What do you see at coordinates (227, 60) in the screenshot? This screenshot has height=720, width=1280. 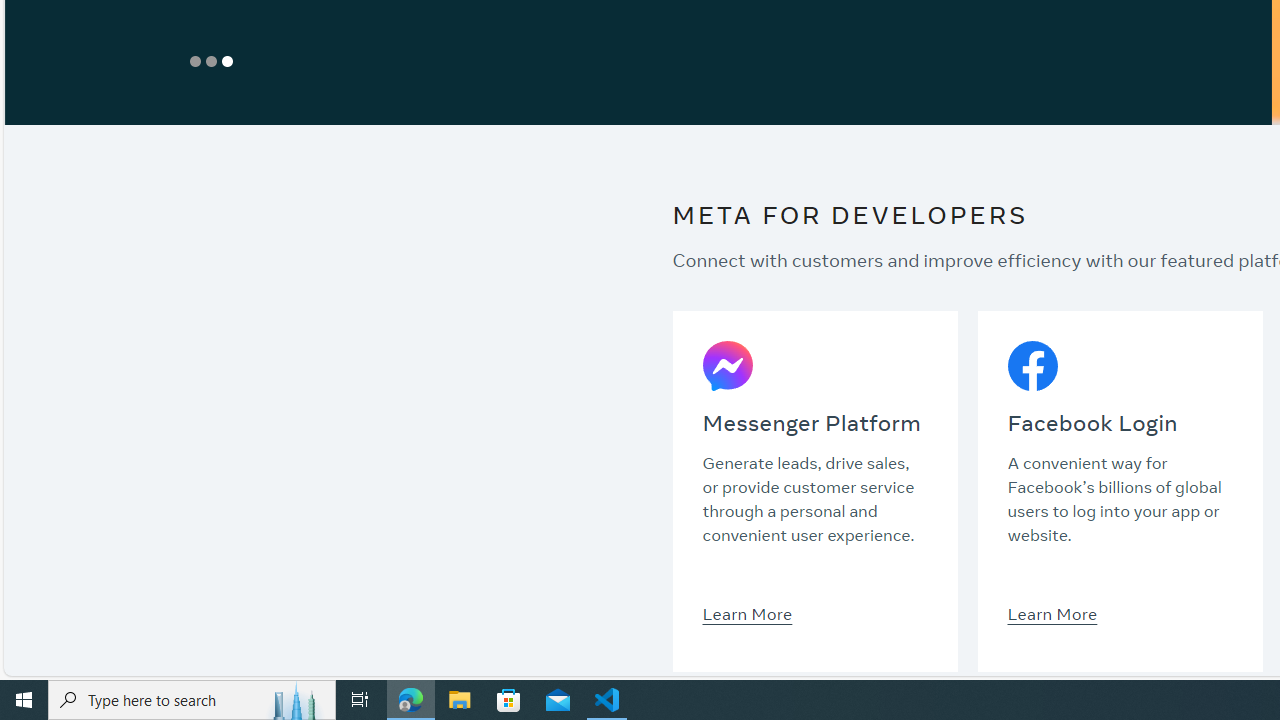 I see `'Show Slide 3'` at bounding box center [227, 60].